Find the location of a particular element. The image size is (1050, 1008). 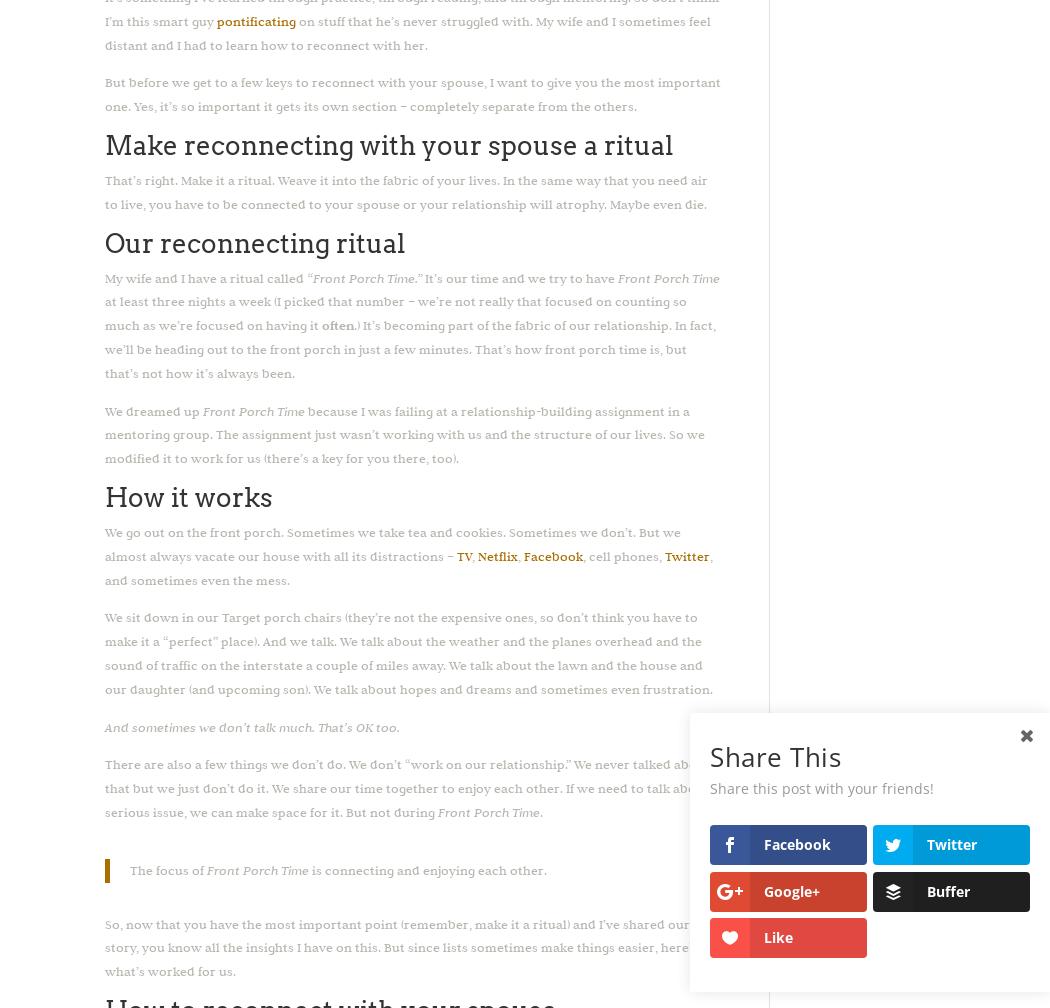

'Like' is located at coordinates (778, 937).